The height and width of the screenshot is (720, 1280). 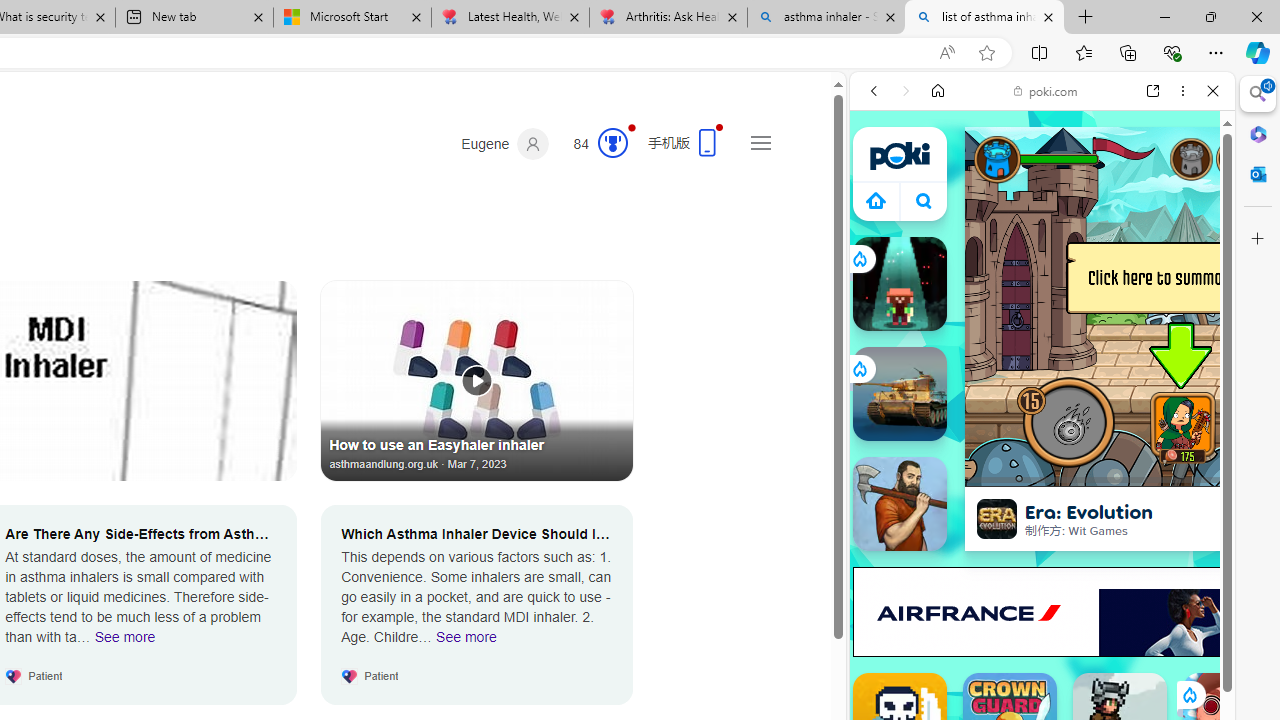 What do you see at coordinates (611, 141) in the screenshot?
I see `'AutomationID: serp_medal_svg'` at bounding box center [611, 141].